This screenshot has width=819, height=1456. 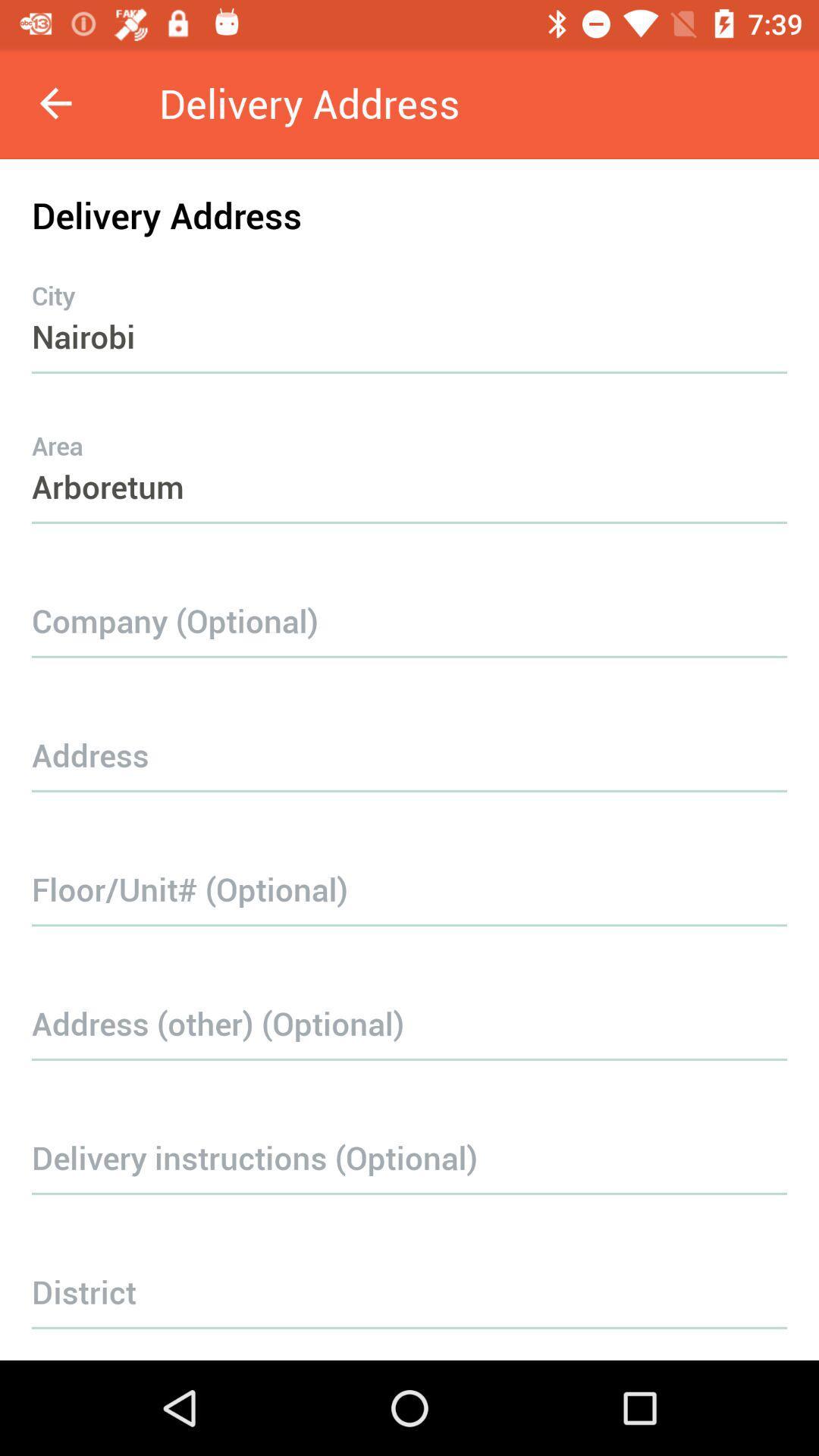 What do you see at coordinates (55, 102) in the screenshot?
I see `the icon next to delivery address` at bounding box center [55, 102].